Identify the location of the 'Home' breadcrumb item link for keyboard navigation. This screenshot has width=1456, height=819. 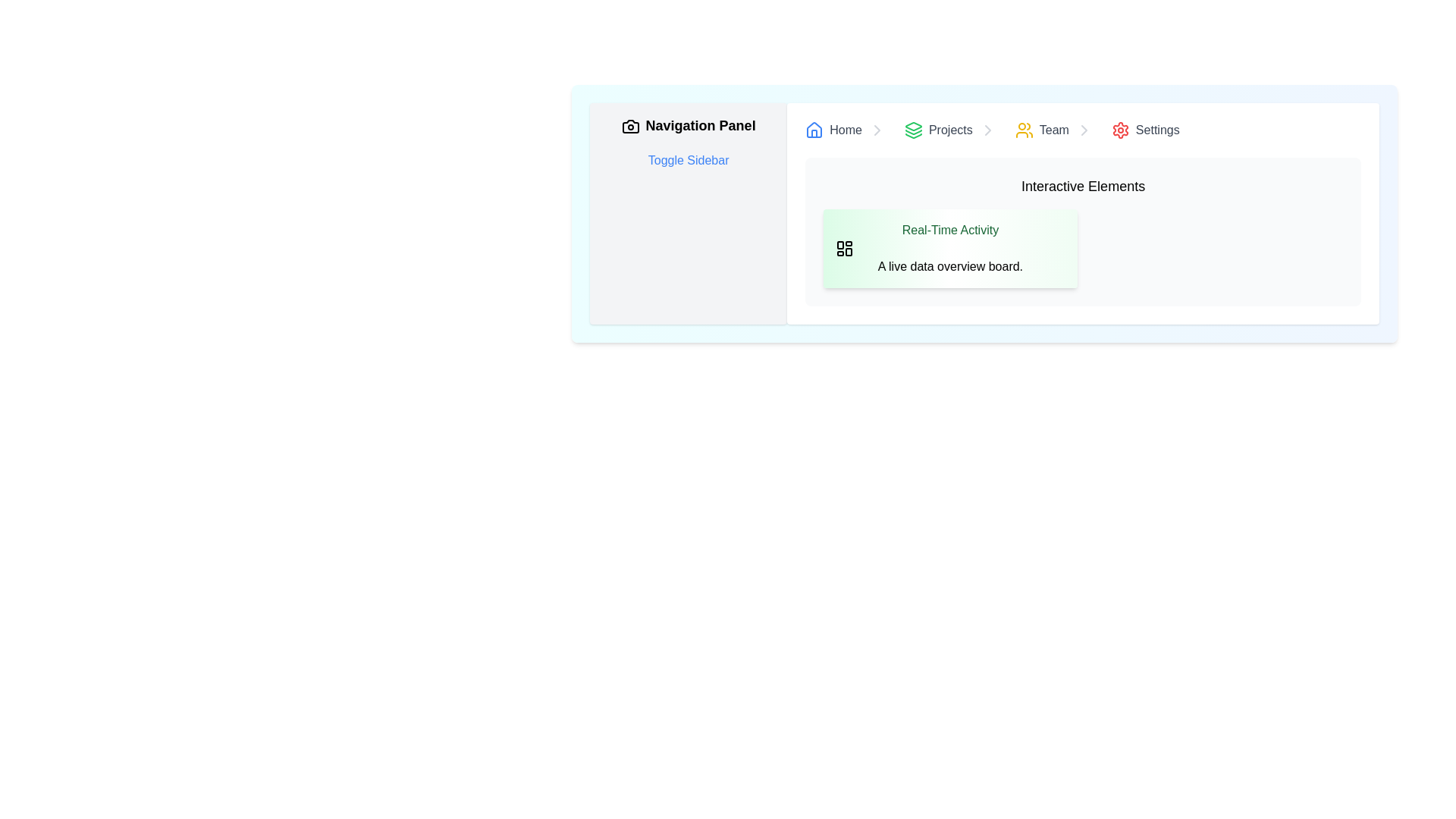
(848, 130).